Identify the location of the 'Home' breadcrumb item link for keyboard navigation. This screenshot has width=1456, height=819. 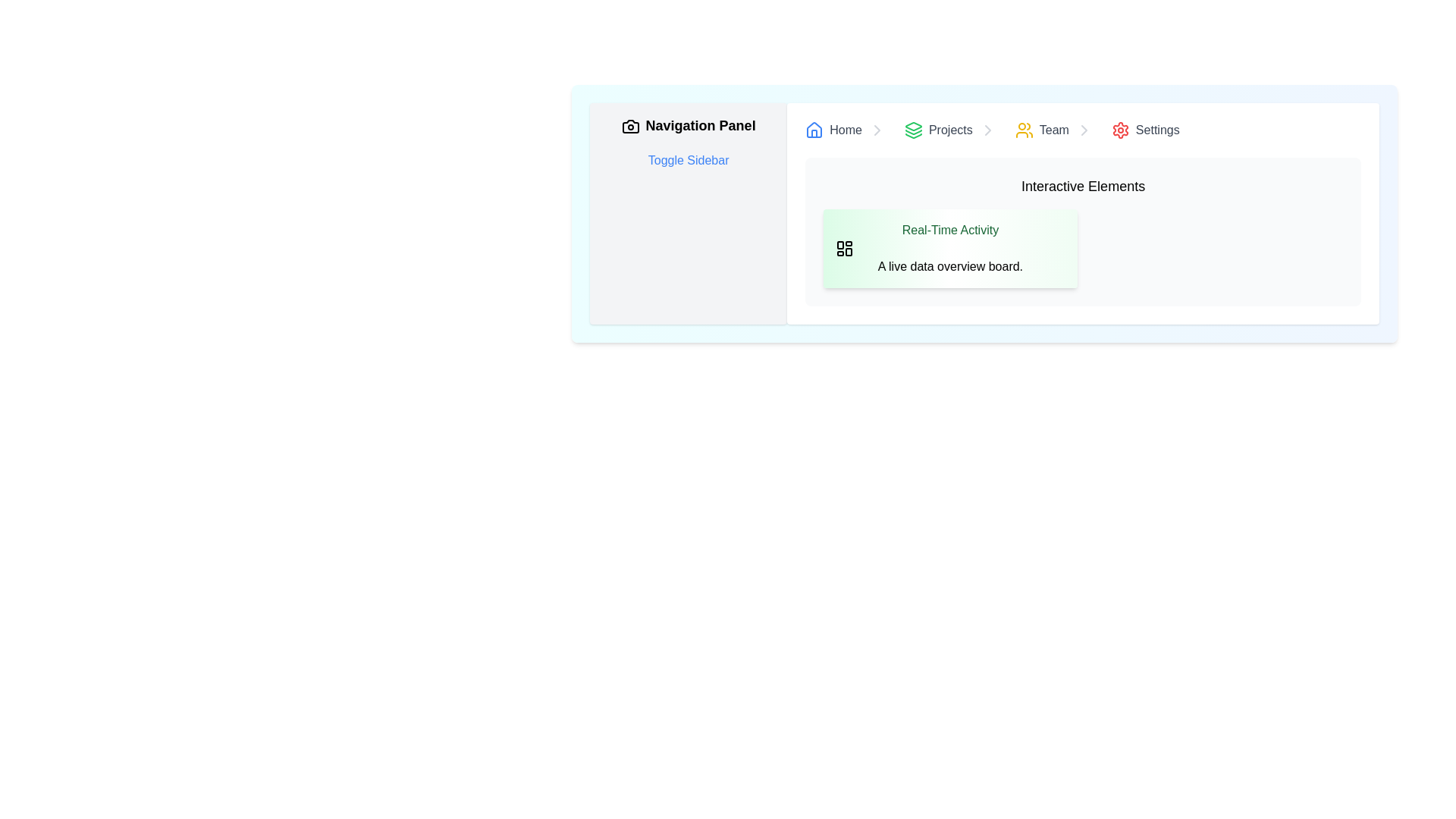
(848, 130).